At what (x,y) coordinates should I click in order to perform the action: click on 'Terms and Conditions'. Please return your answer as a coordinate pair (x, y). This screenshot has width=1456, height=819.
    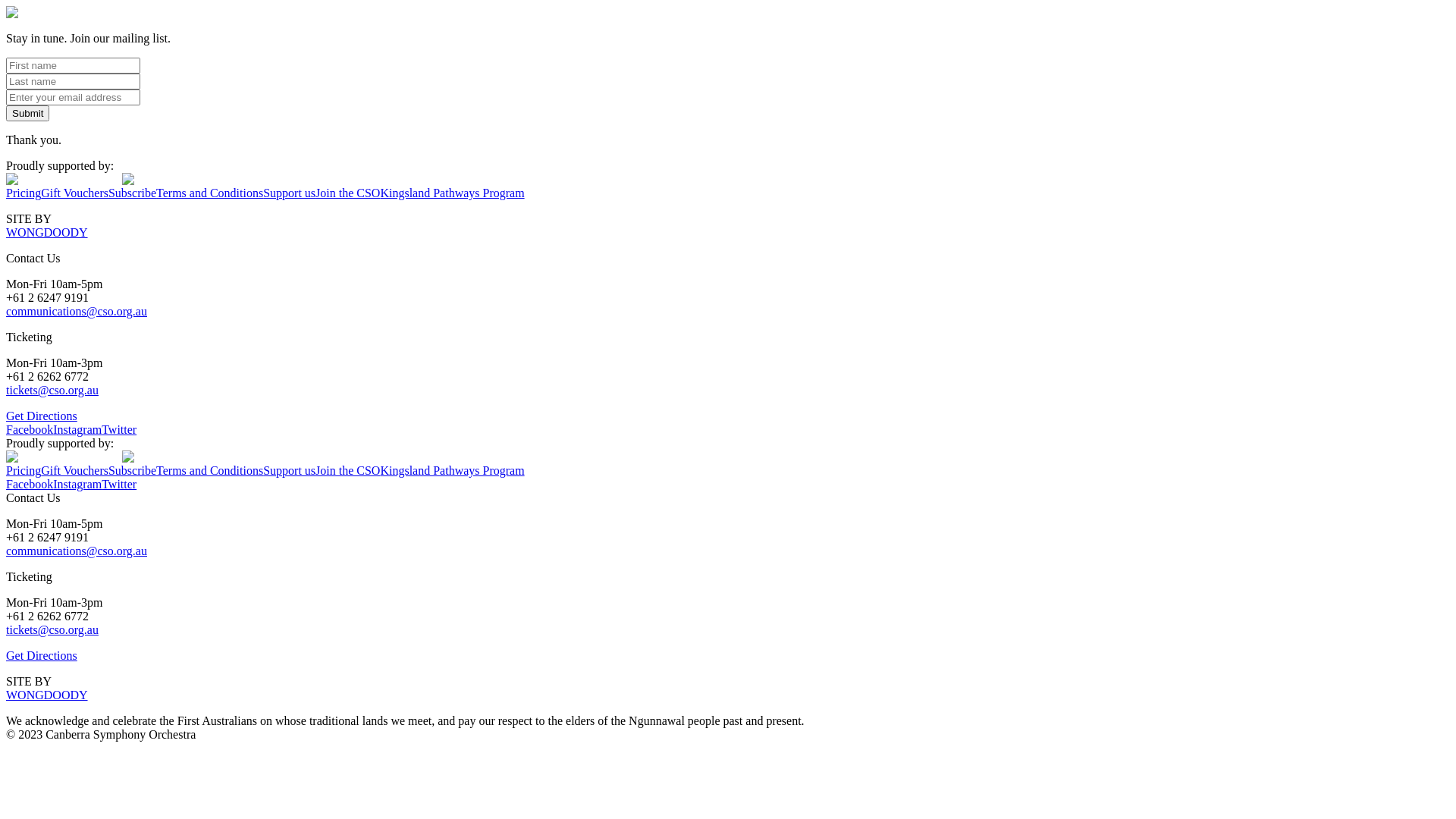
    Looking at the image, I should click on (209, 192).